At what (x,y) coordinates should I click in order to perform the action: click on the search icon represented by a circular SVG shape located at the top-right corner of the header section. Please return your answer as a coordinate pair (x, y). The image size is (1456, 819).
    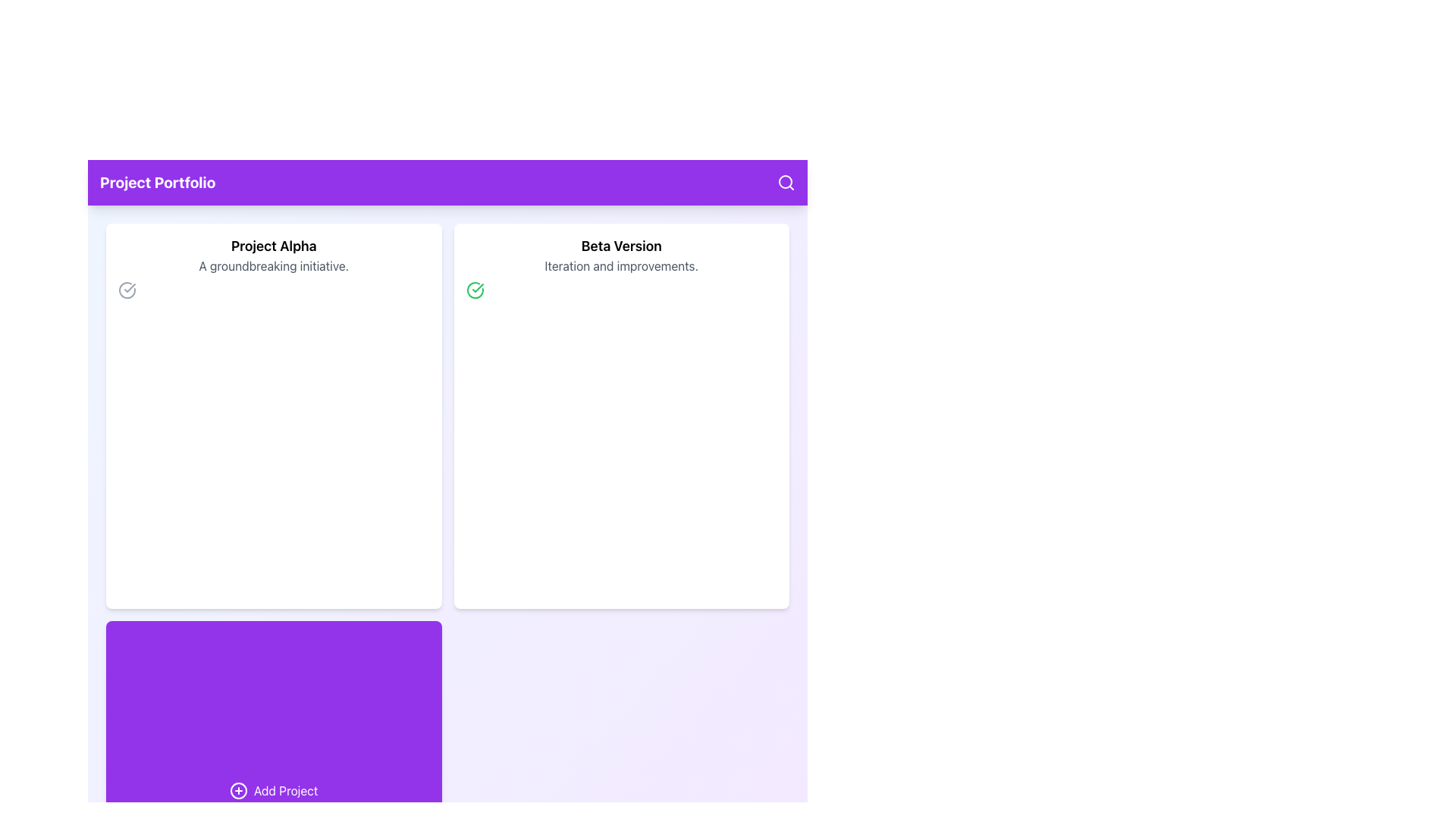
    Looking at the image, I should click on (786, 180).